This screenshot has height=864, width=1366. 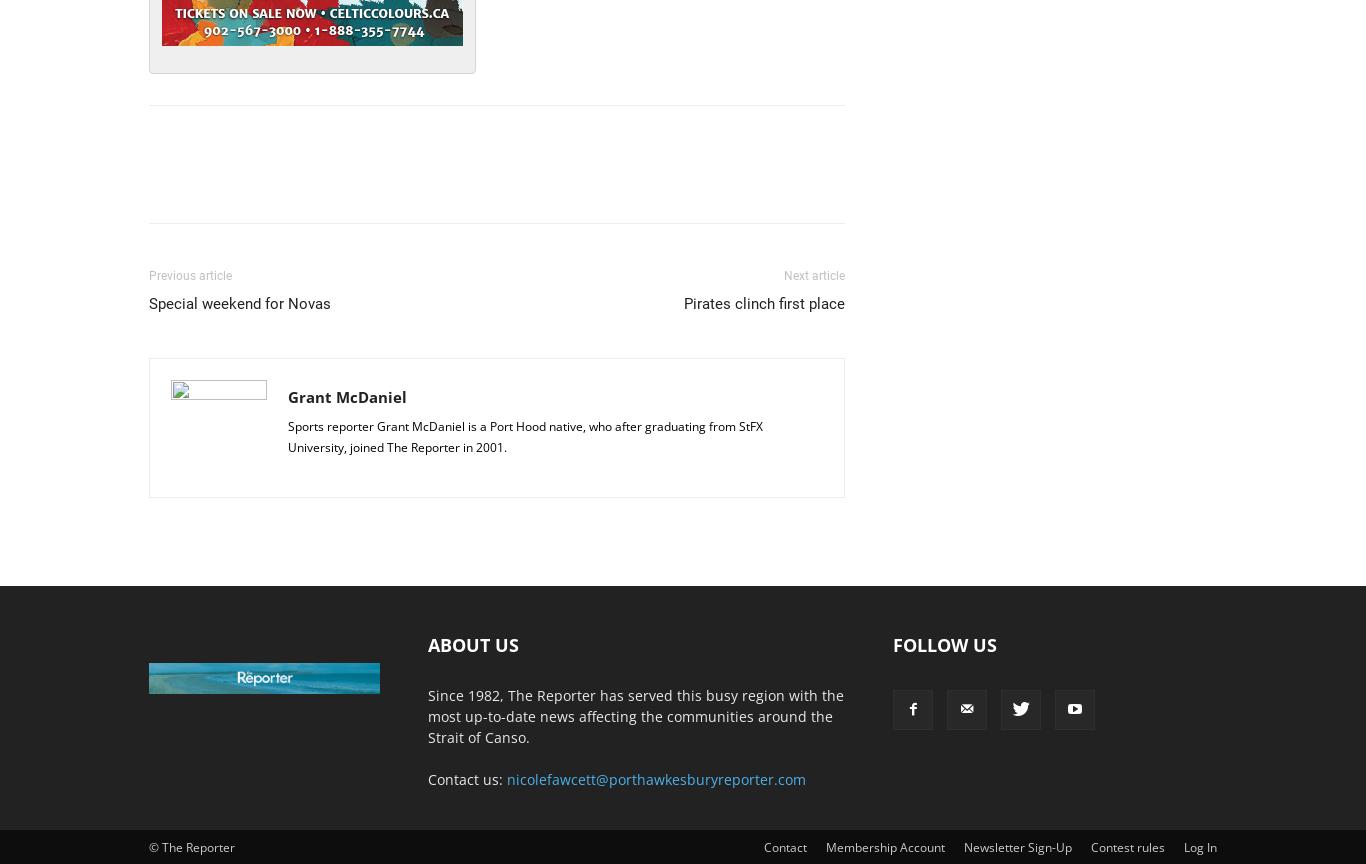 I want to click on 'Pirates clinch first place', so click(x=764, y=303).